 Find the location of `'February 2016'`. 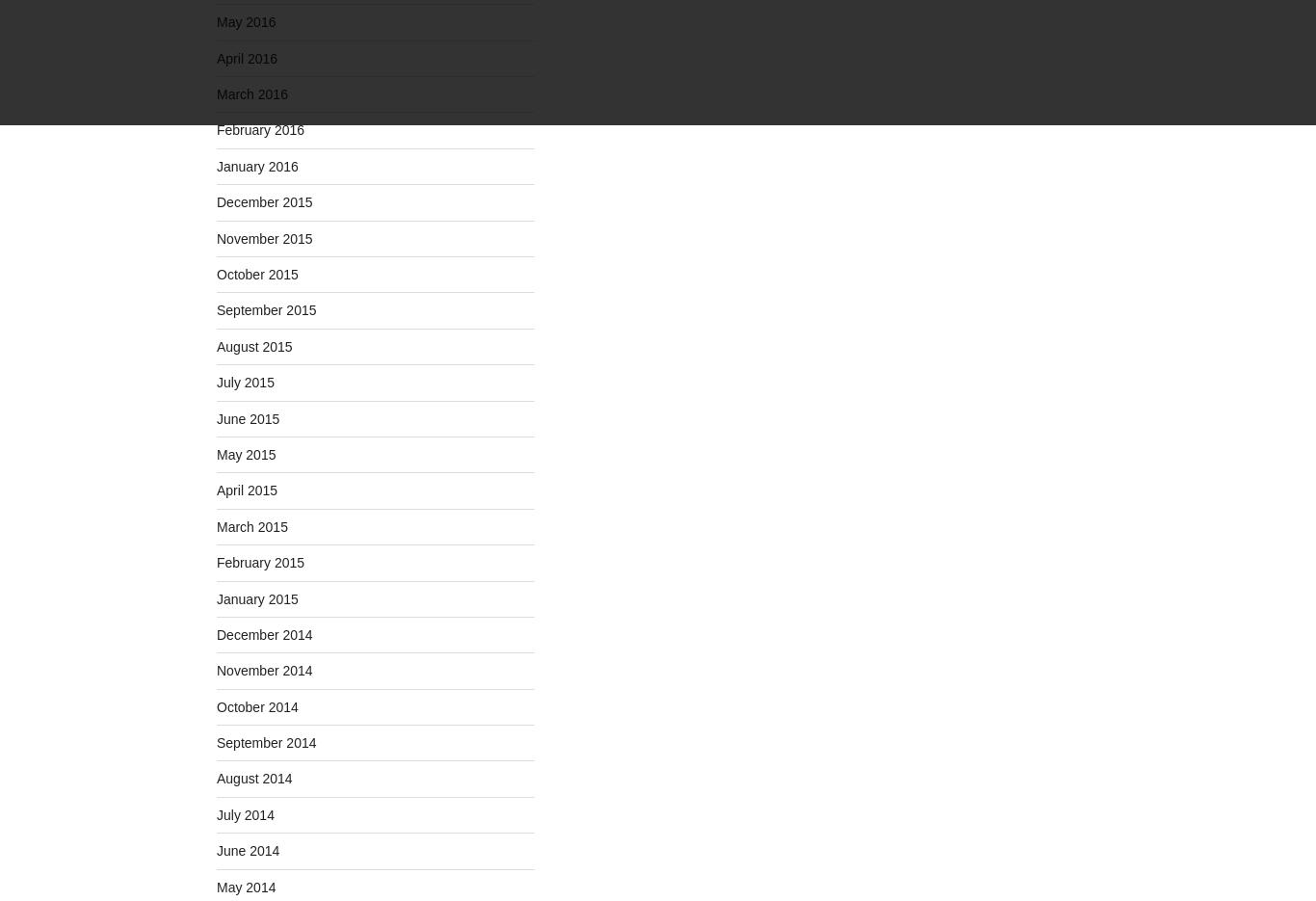

'February 2016' is located at coordinates (260, 130).